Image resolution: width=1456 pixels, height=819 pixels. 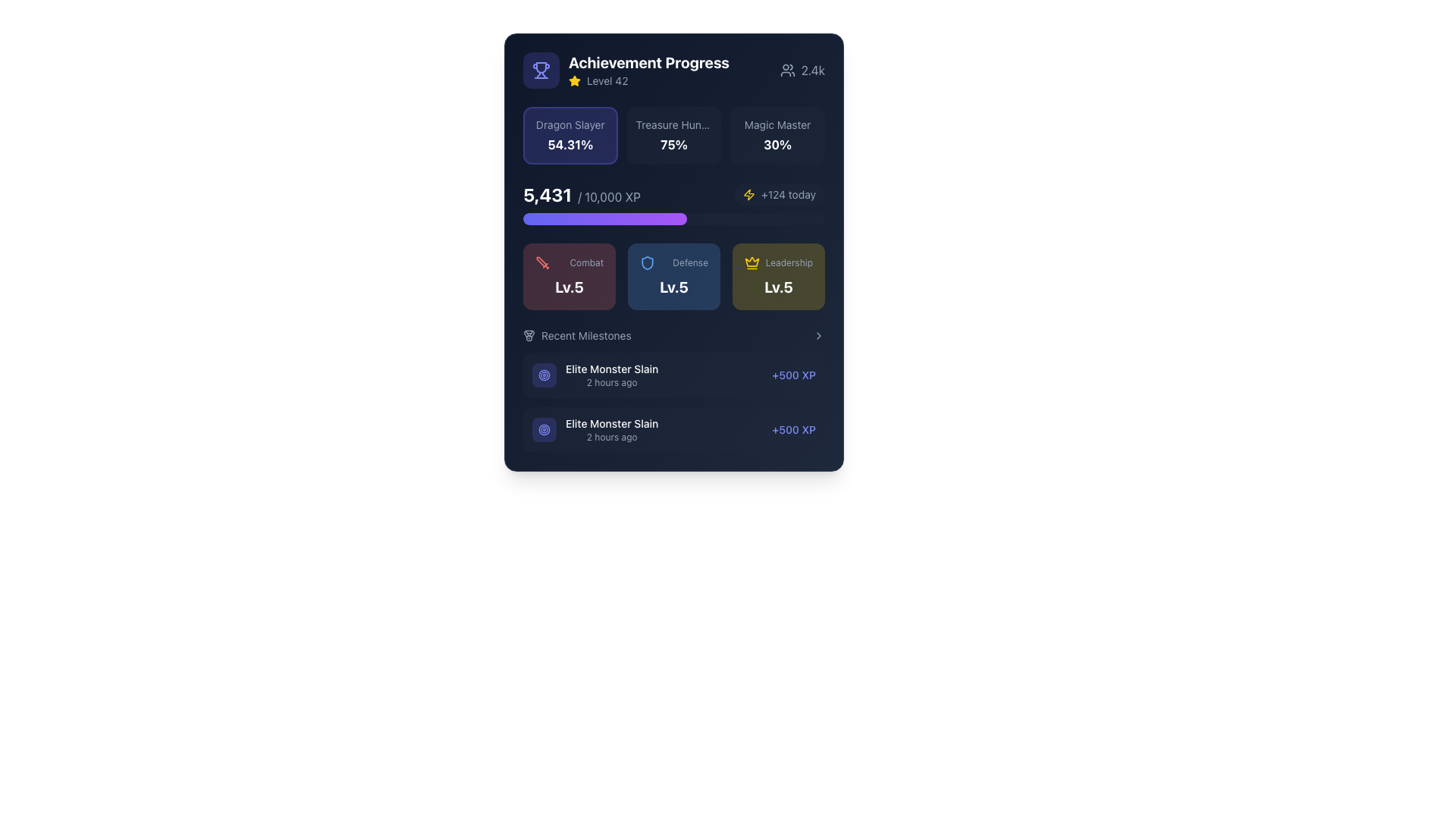 I want to click on the header text label related to achievement tracking, positioned above the text 'Level 42', so click(x=648, y=62).